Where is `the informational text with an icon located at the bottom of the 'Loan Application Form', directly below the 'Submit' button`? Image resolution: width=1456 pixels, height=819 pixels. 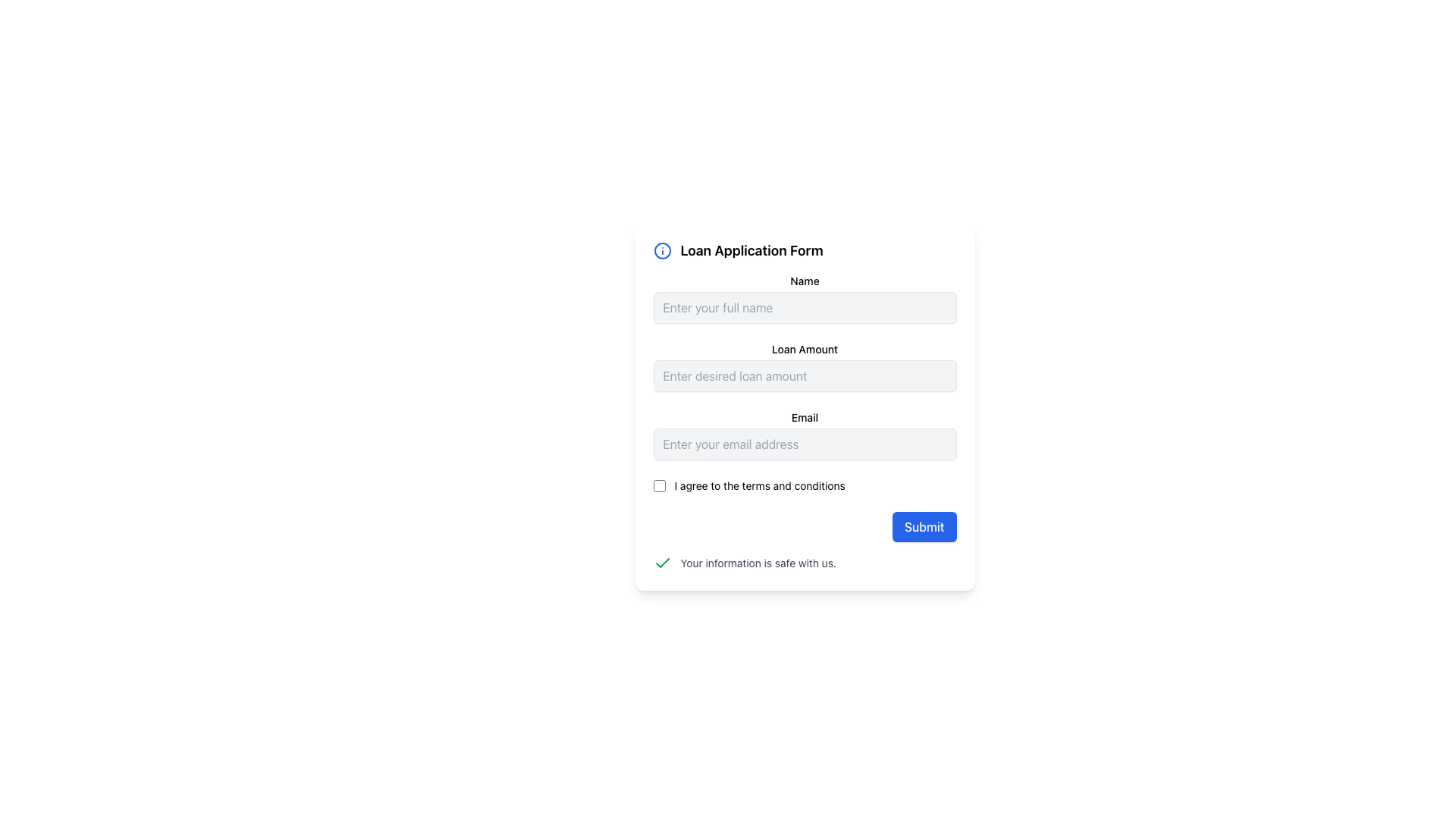 the informational text with an icon located at the bottom of the 'Loan Application Form', directly below the 'Submit' button is located at coordinates (804, 563).